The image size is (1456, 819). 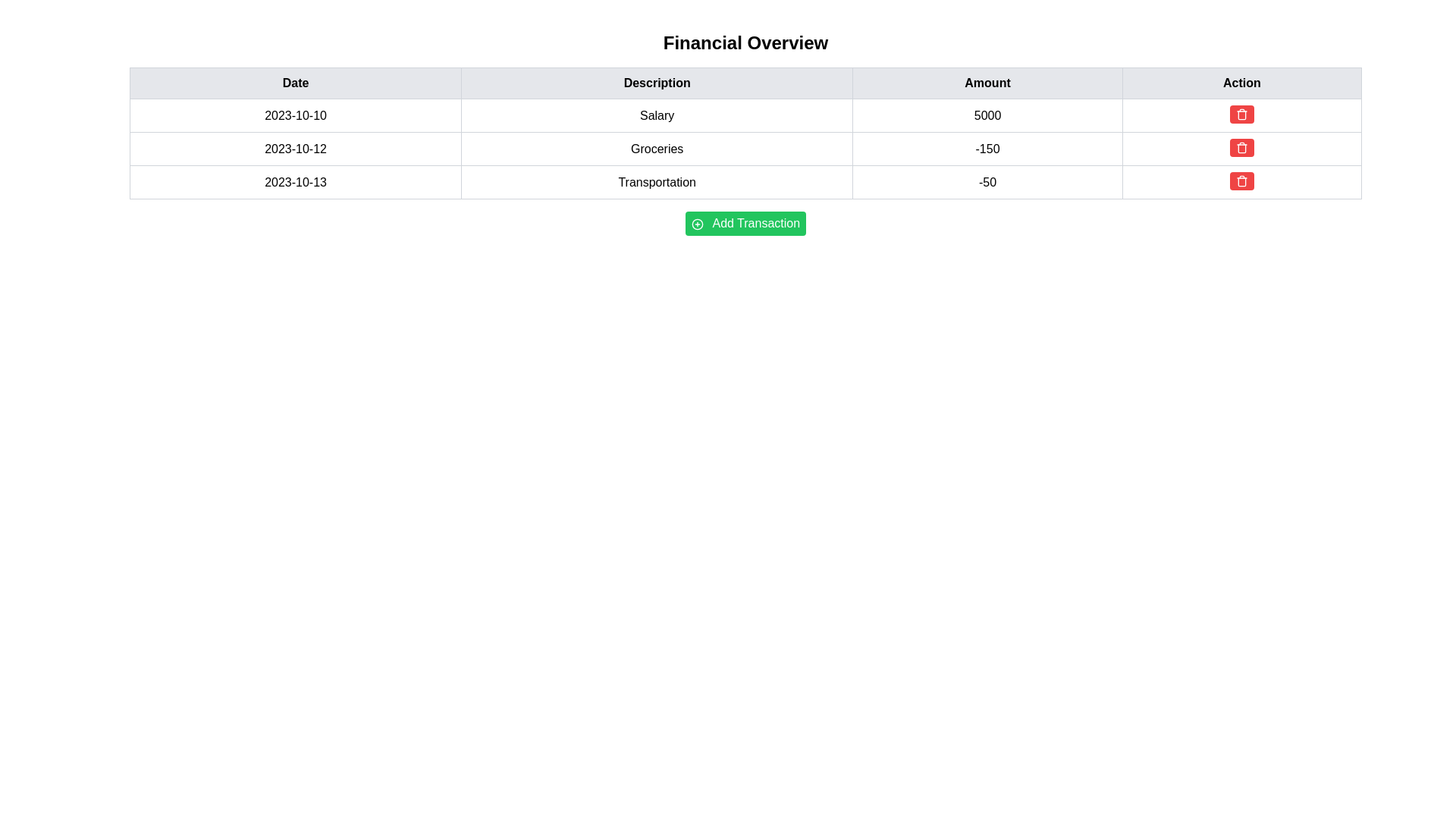 What do you see at coordinates (745, 115) in the screenshot?
I see `the first row of the financial transaction table that includes the date '2023-10-10', description 'Salary', and amount '5000'` at bounding box center [745, 115].